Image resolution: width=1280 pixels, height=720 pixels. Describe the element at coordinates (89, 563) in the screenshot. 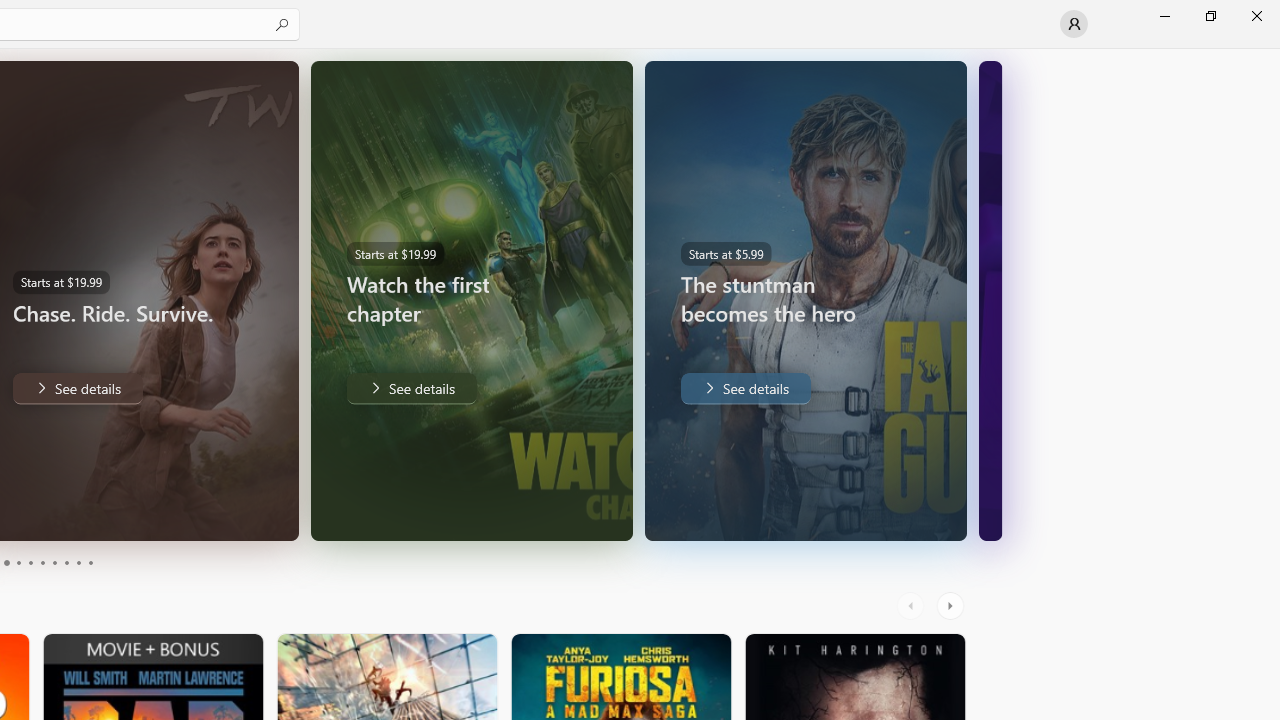

I see `'Page 10'` at that location.